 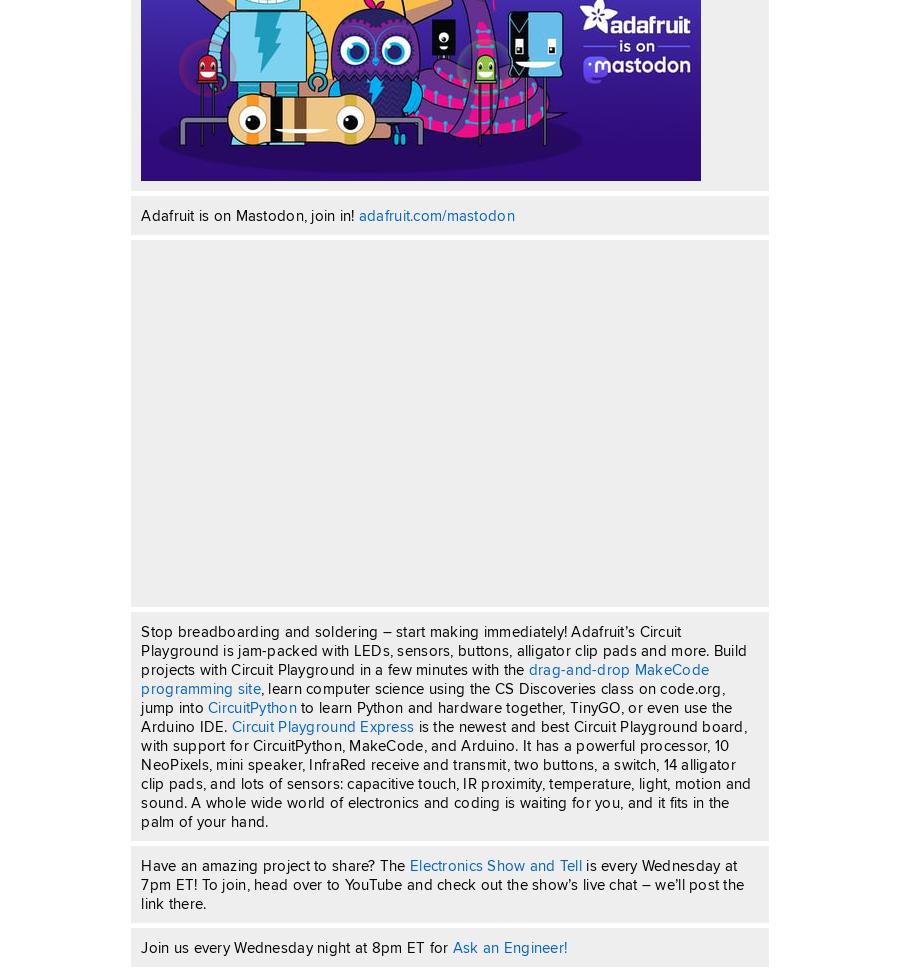 I want to click on 'Have an amazing project to share? The', so click(x=141, y=864).